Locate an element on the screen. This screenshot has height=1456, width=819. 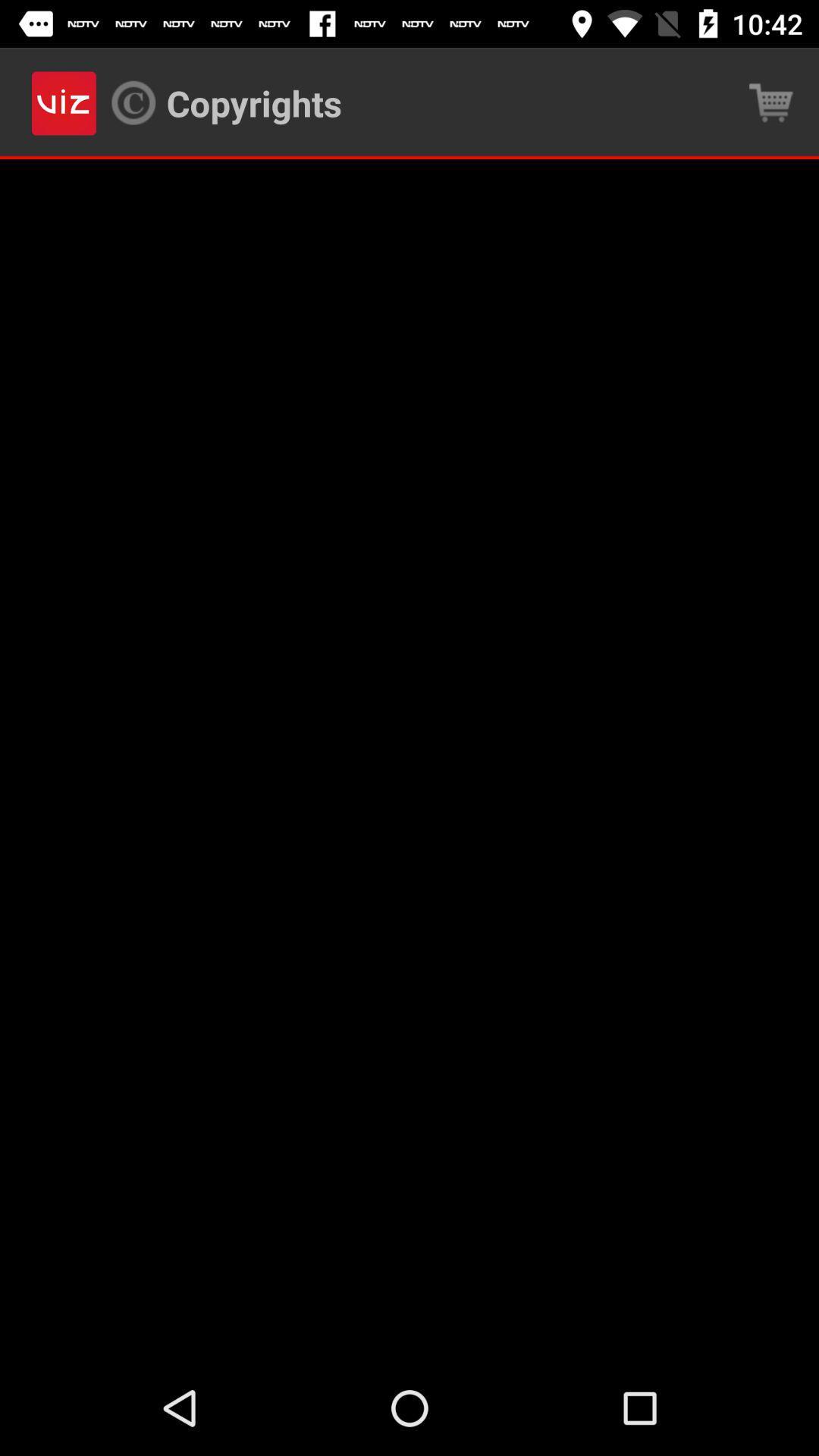
item at the top right corner is located at coordinates (771, 102).